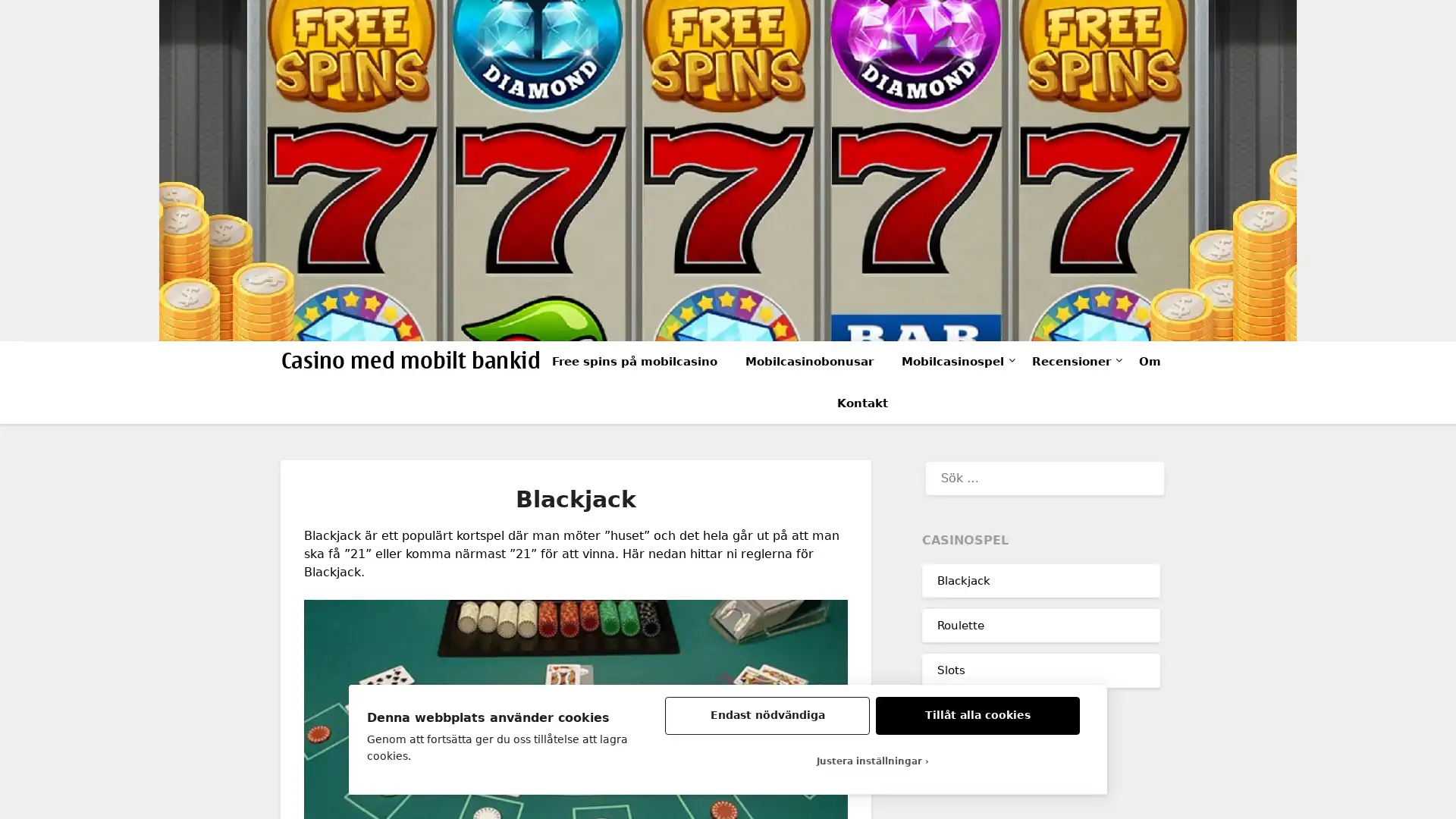  I want to click on Tillat alla cookies, so click(977, 716).